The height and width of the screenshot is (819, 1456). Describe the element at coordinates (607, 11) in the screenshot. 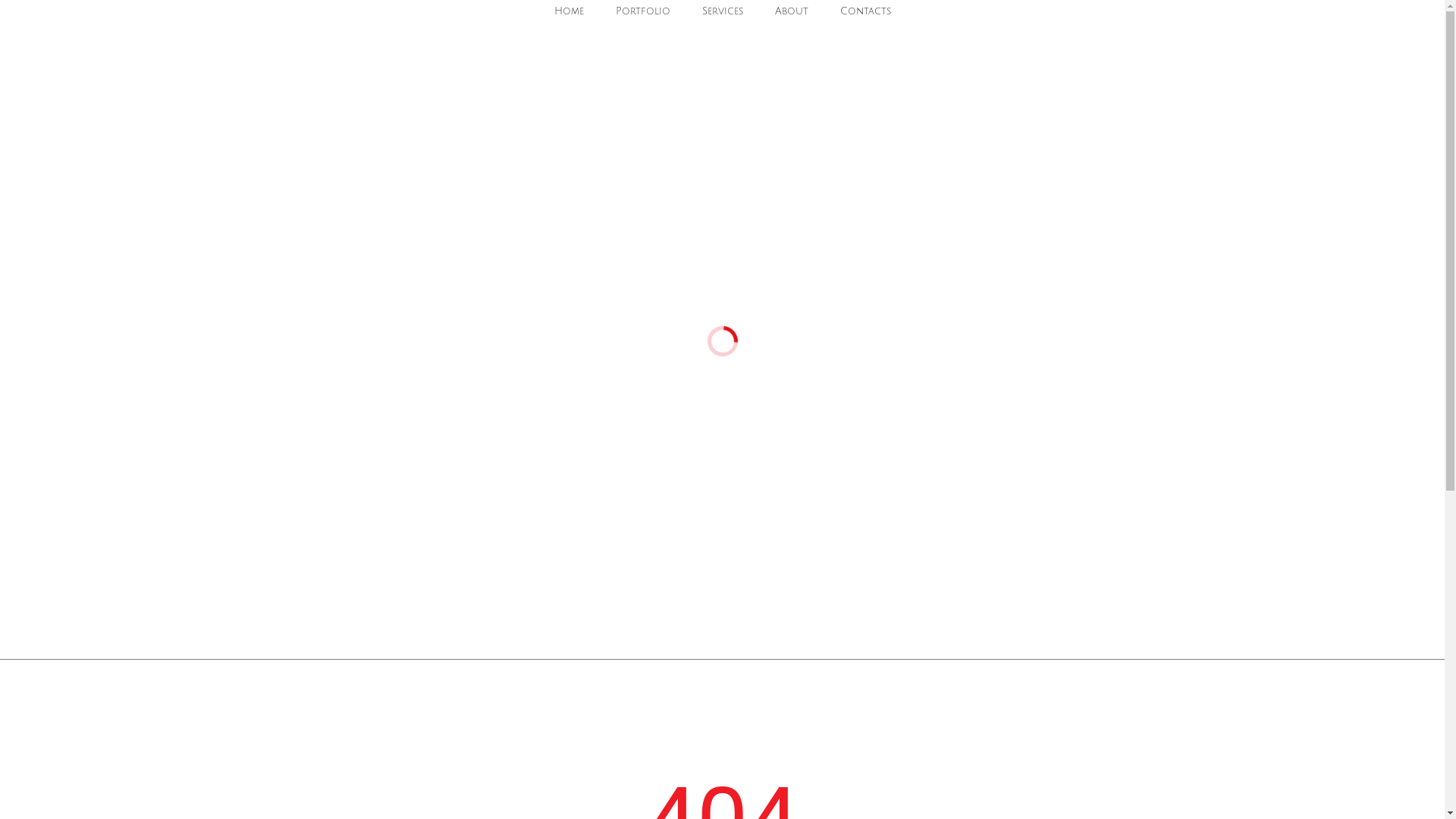

I see `'Portfolio'` at that location.